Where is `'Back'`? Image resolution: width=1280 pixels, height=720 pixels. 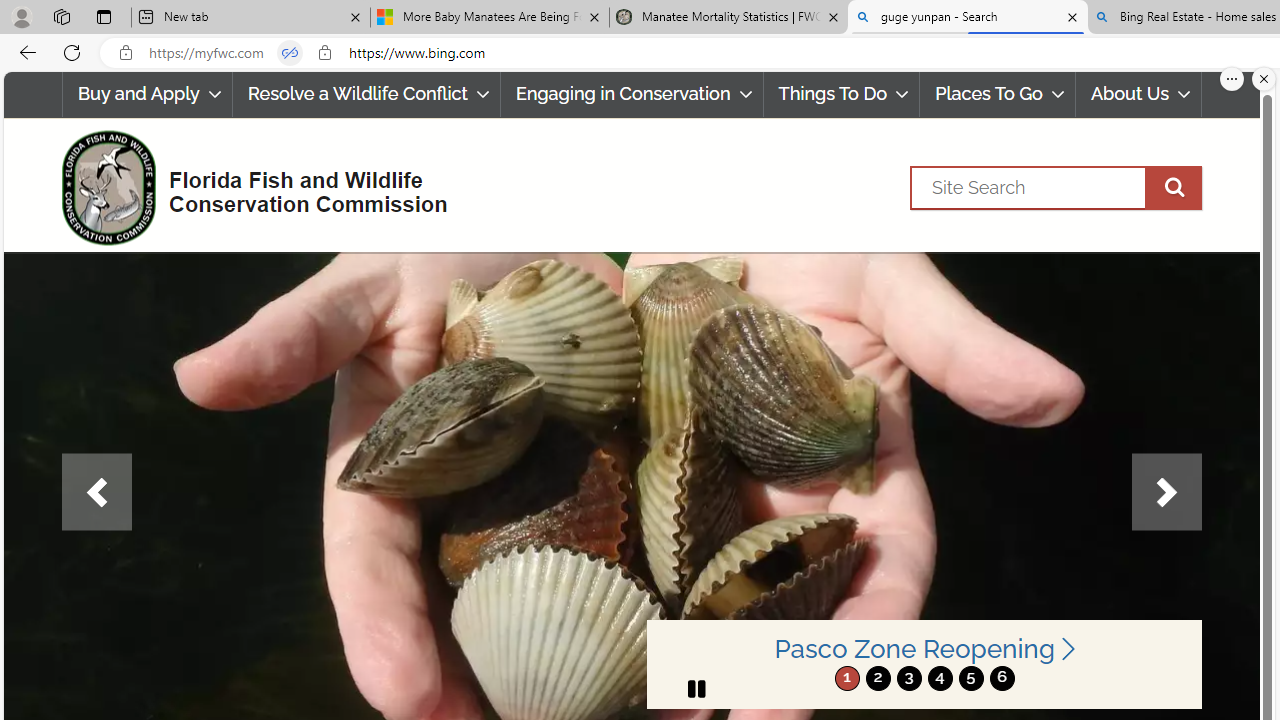 'Back' is located at coordinates (24, 51).